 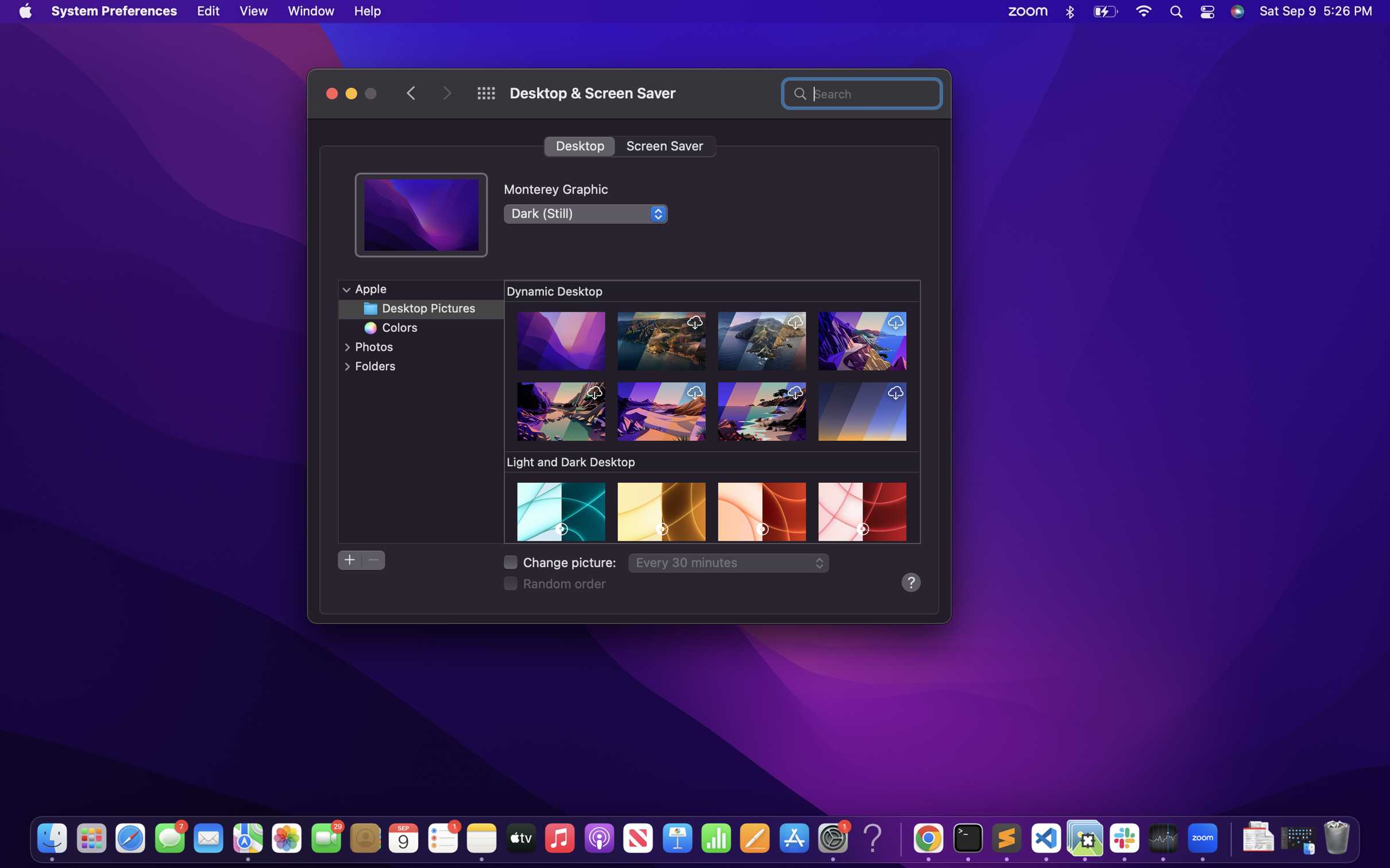 What do you see at coordinates (713, 412) in the screenshot?
I see `Navigate down on the screen` at bounding box center [713, 412].